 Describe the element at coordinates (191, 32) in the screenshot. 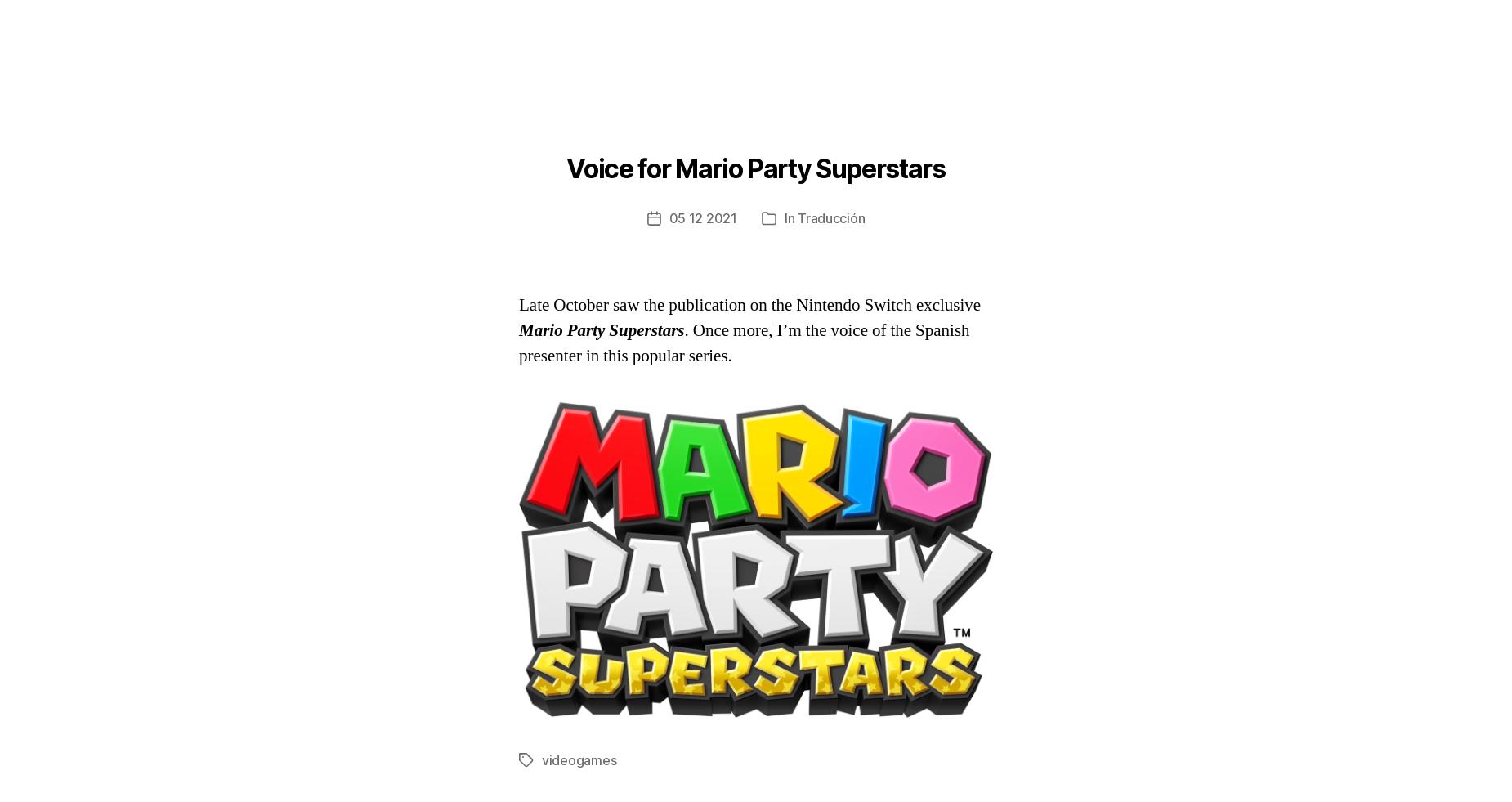

I see `'Álex Hernández-Puertas'` at that location.